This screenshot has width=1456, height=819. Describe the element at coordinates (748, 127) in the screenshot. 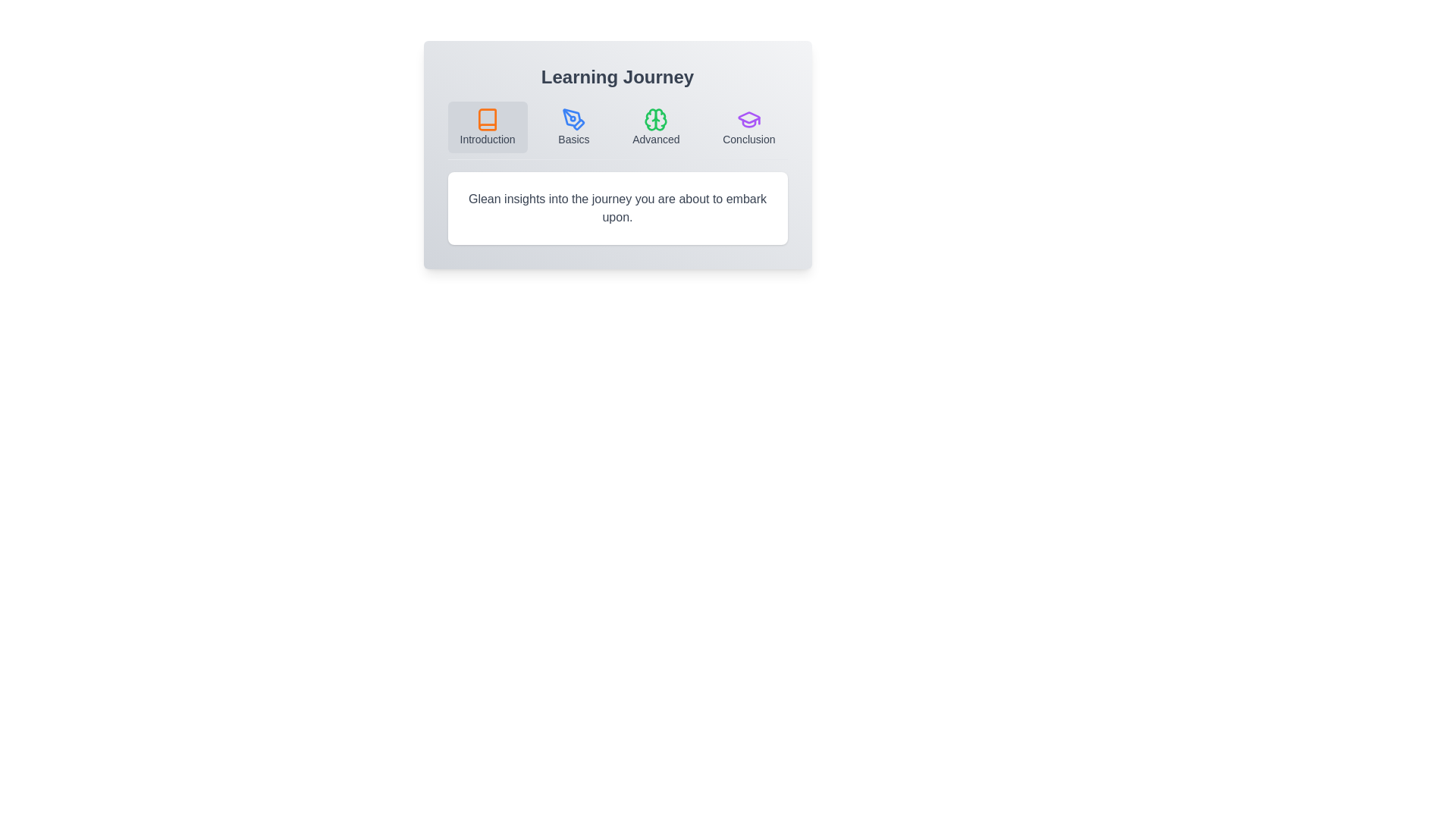

I see `the button corresponding to the topic Conclusion to inspect its icon` at that location.